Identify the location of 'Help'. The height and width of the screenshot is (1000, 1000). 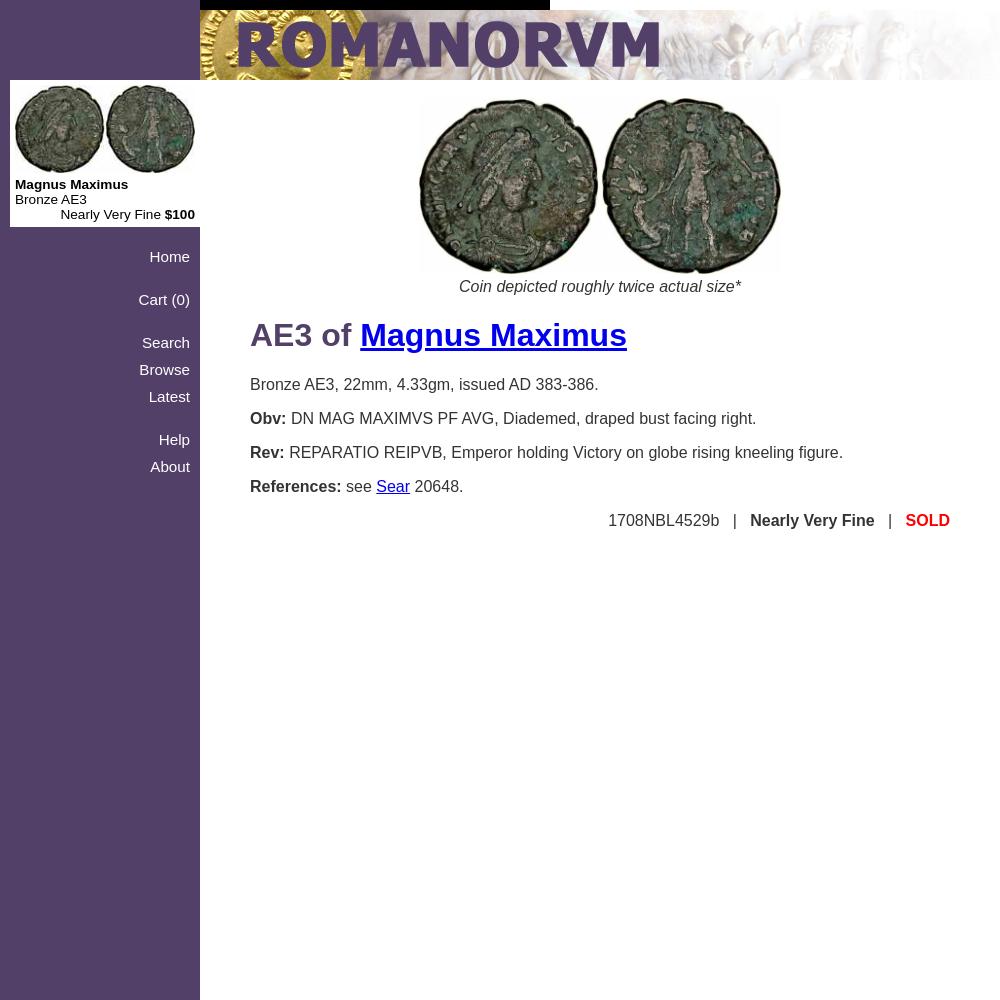
(158, 438).